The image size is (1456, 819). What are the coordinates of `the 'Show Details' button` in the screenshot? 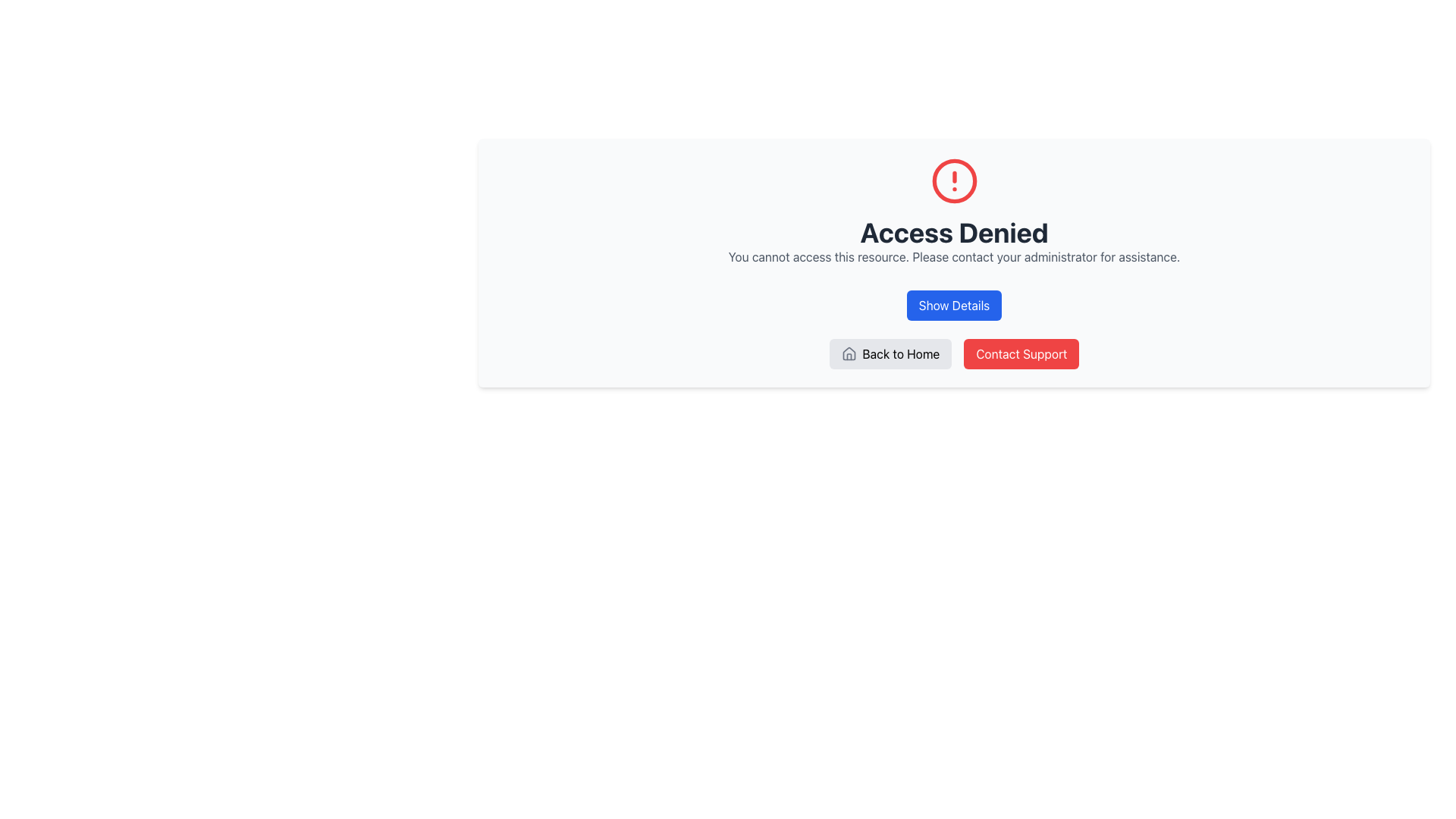 It's located at (953, 305).